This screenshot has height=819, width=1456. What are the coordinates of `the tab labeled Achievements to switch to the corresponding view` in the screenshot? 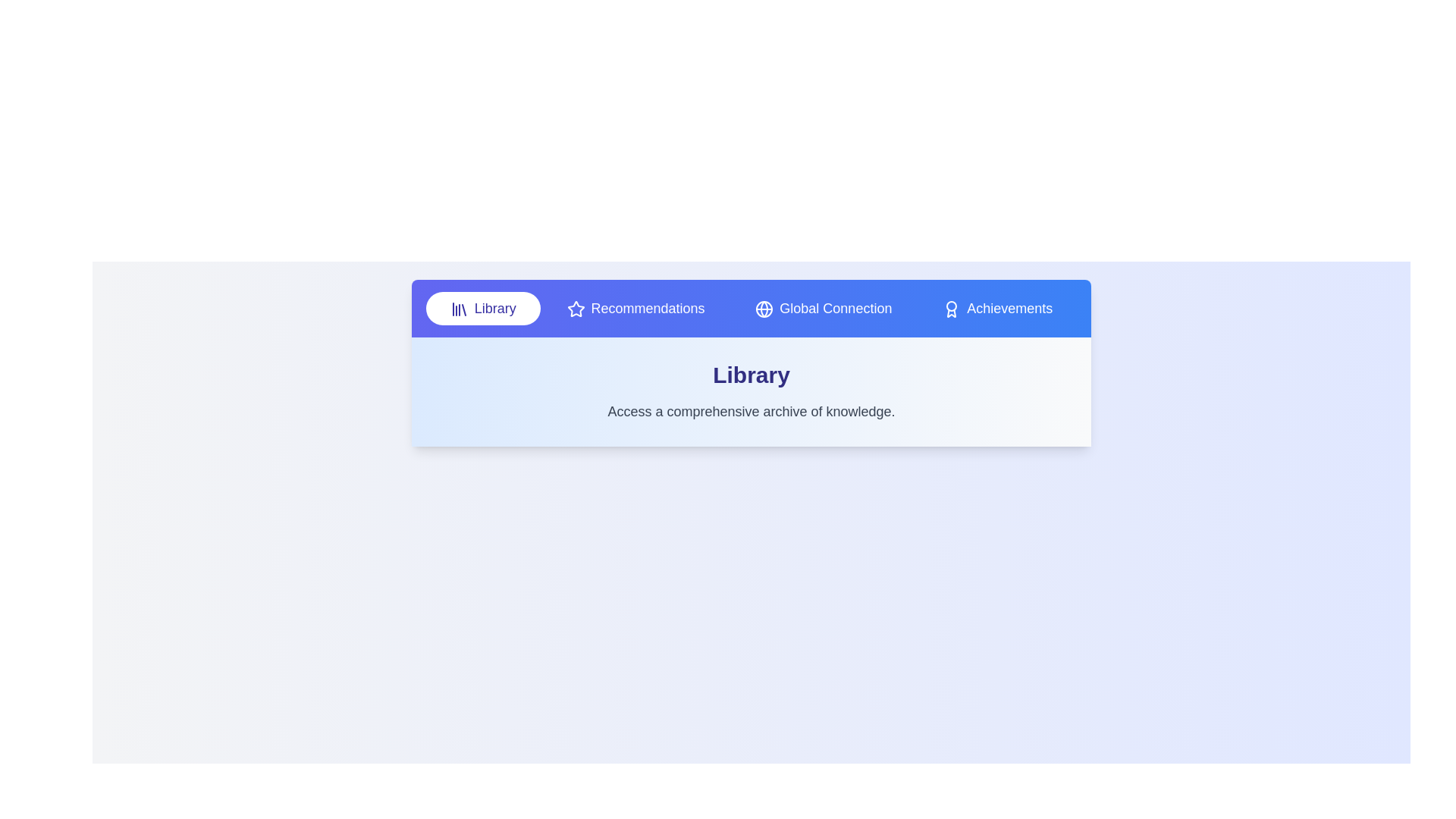 It's located at (997, 308).